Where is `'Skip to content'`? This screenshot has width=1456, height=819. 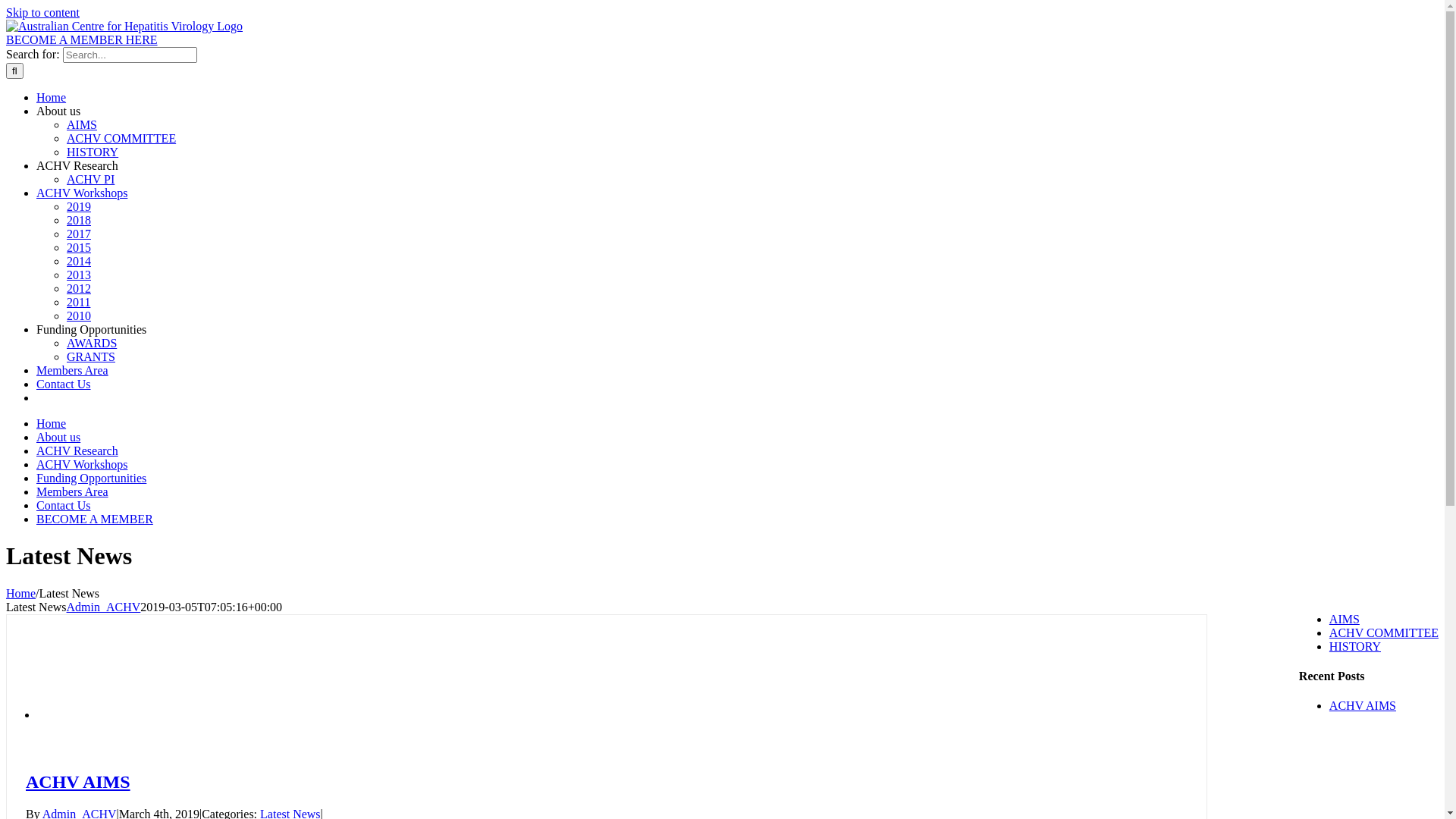 'Skip to content' is located at coordinates (42, 12).